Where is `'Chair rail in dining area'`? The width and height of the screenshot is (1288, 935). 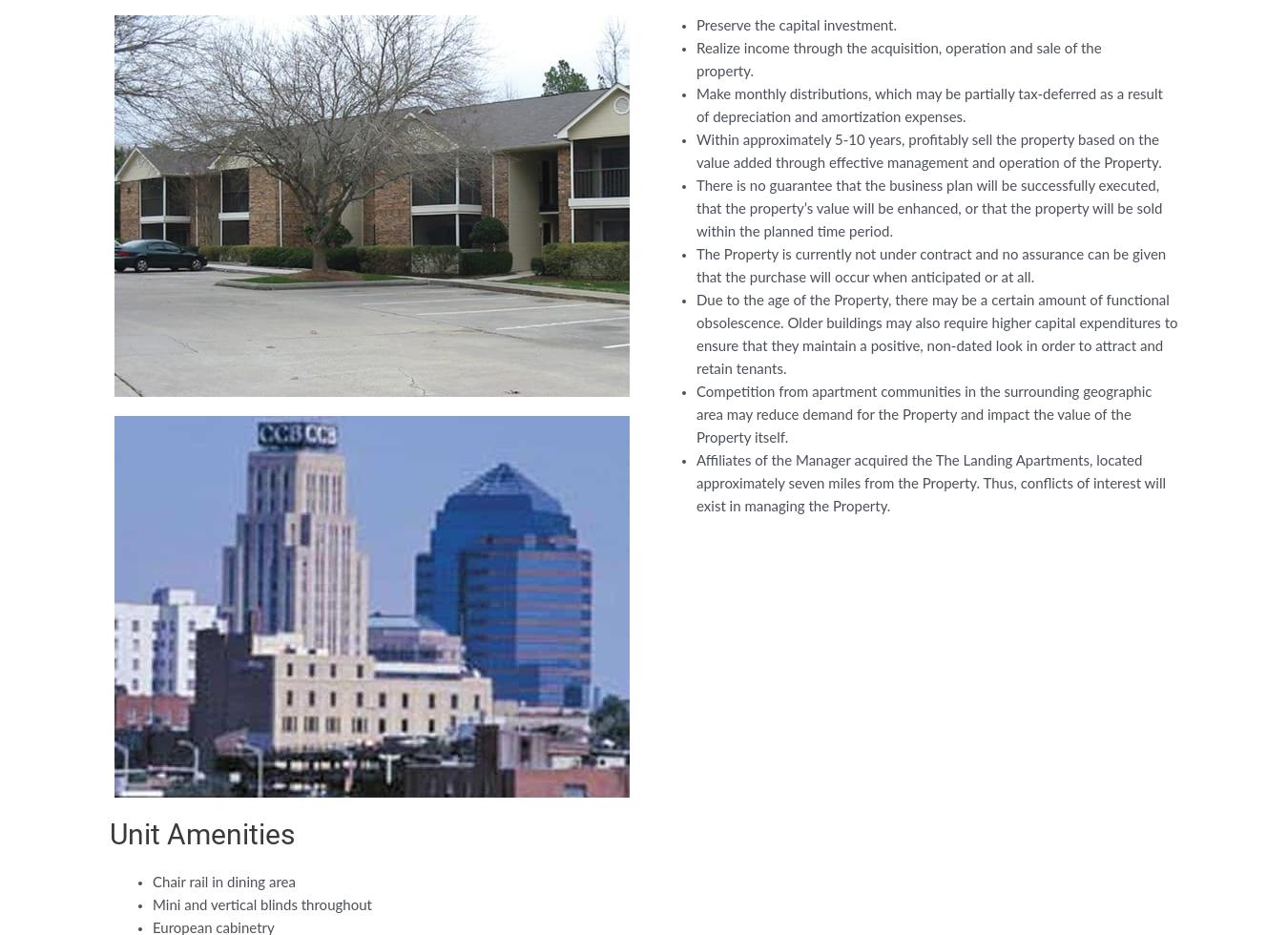 'Chair rail in dining area' is located at coordinates (152, 882).